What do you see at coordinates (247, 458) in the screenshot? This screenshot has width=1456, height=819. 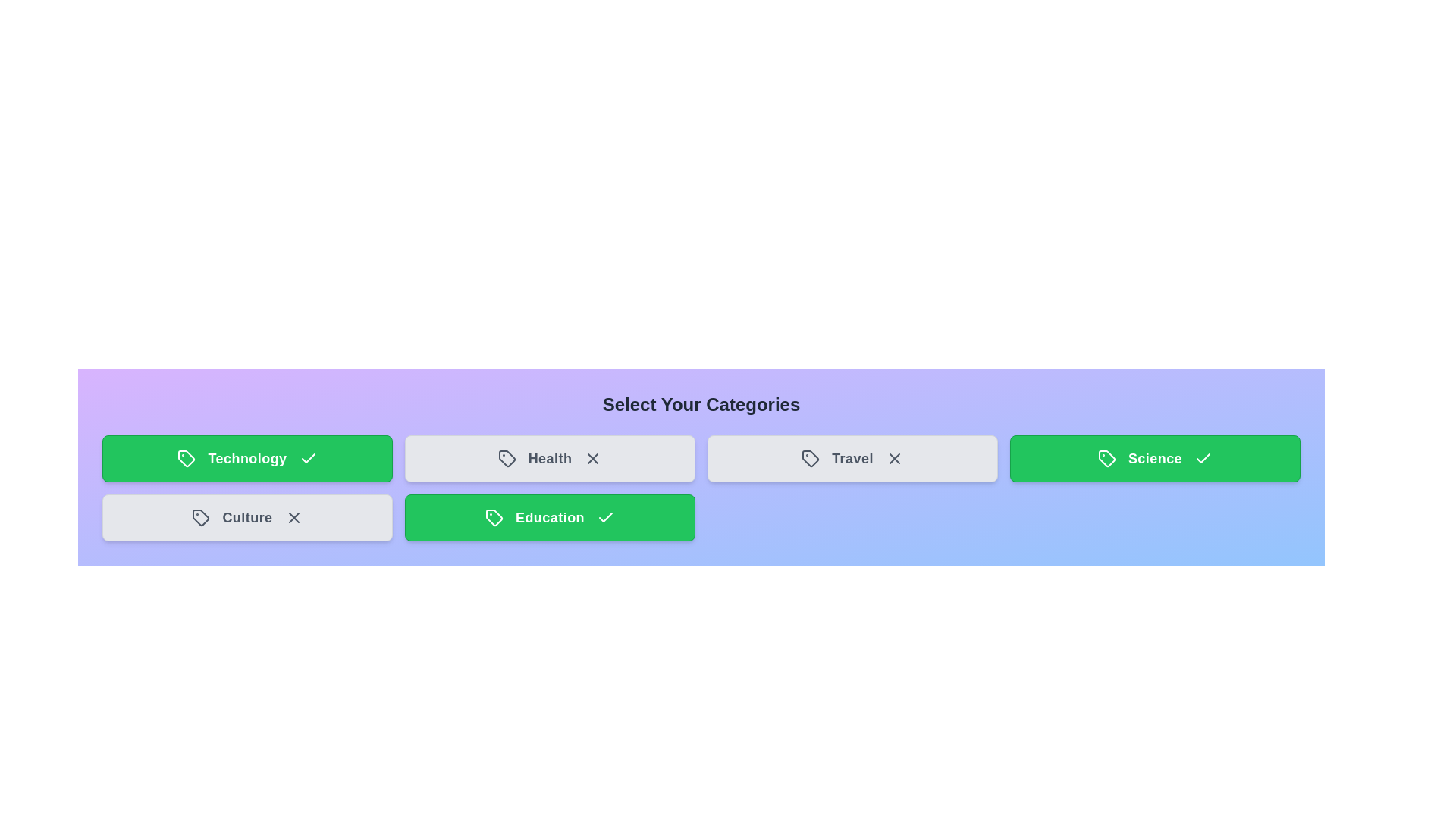 I see `the category tile labeled Technology` at bounding box center [247, 458].